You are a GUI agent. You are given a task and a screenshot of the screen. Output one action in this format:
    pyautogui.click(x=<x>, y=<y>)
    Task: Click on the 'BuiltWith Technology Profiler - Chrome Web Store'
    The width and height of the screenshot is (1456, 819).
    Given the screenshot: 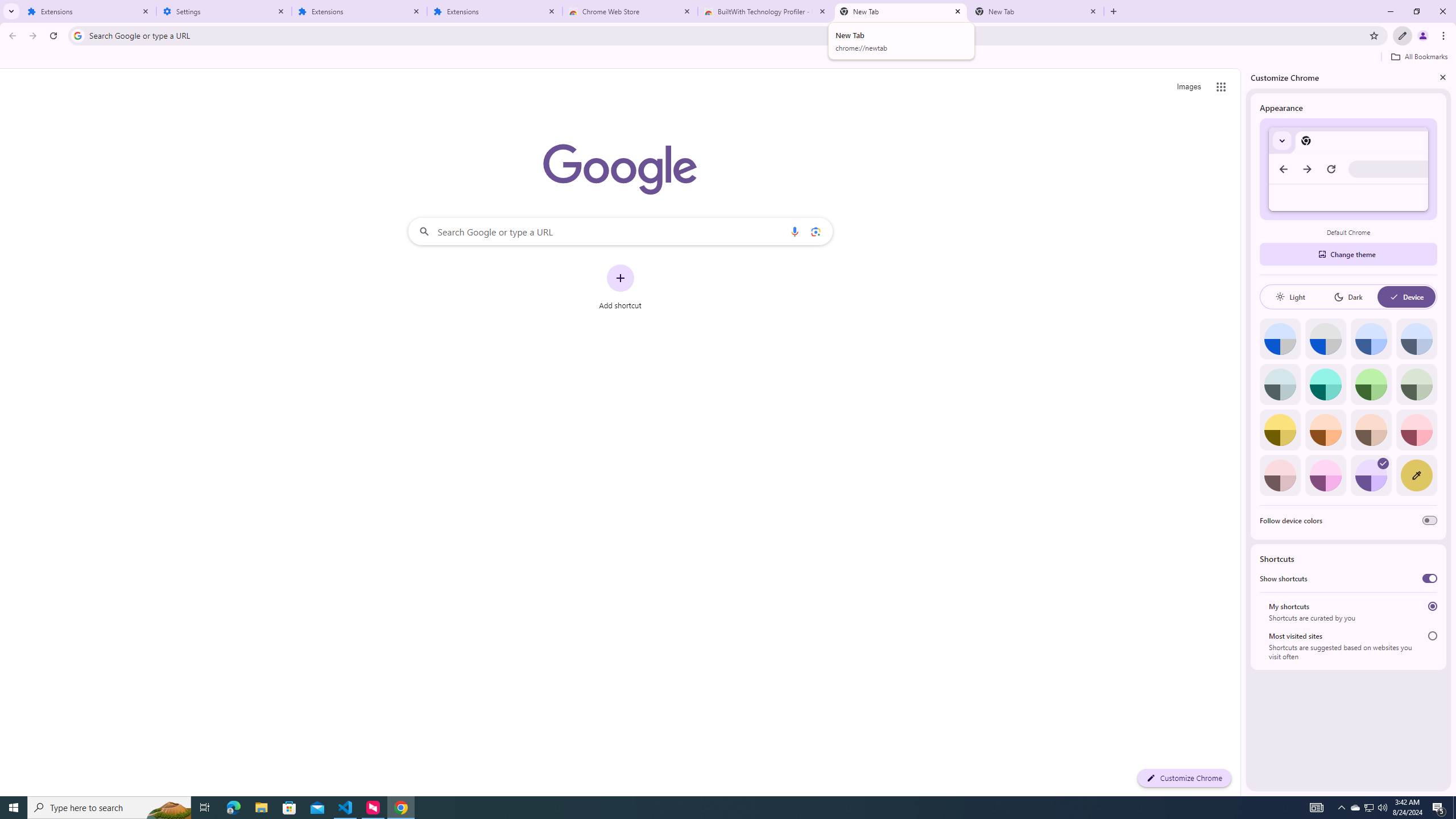 What is the action you would take?
    pyautogui.click(x=765, y=11)
    